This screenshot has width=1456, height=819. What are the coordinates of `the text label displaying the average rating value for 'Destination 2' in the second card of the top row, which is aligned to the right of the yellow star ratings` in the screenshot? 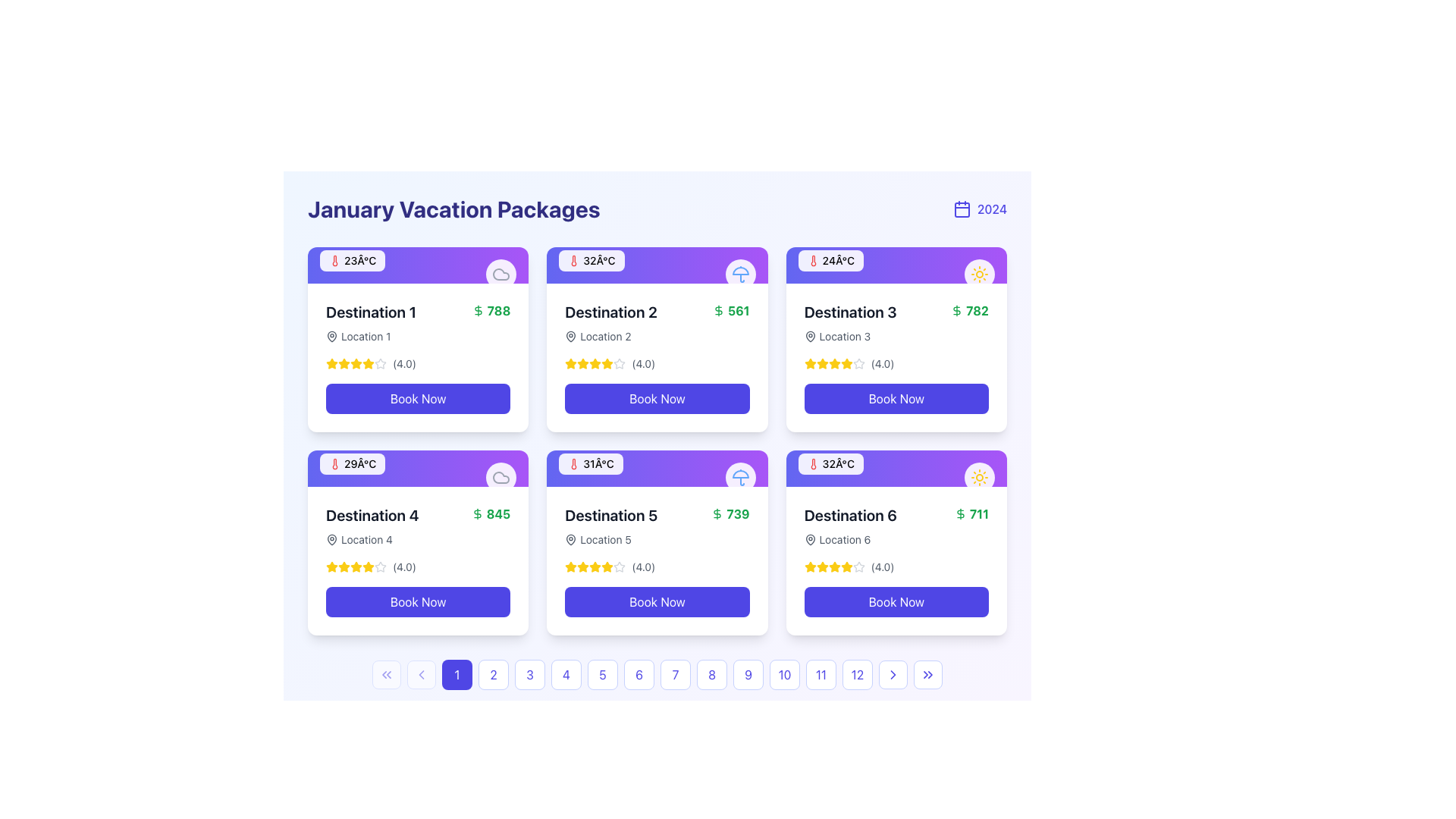 It's located at (643, 363).